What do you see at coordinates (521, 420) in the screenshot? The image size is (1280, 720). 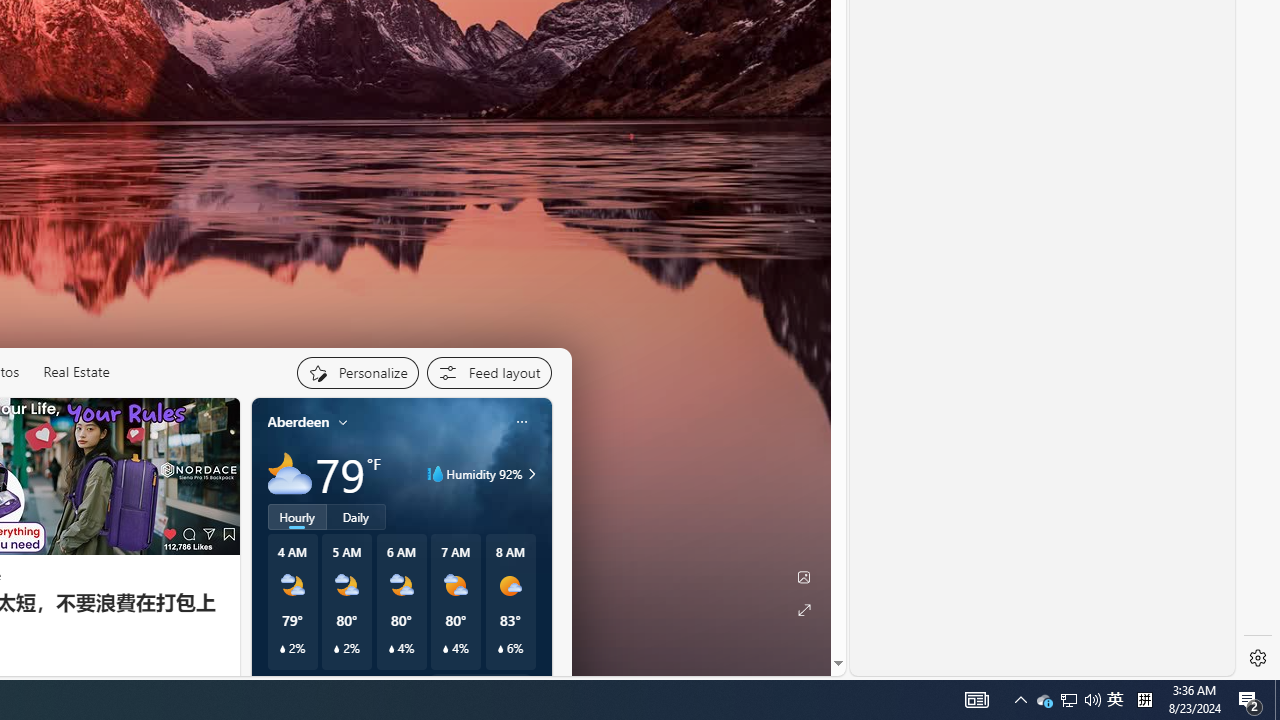 I see `'Class: icon-img'` at bounding box center [521, 420].